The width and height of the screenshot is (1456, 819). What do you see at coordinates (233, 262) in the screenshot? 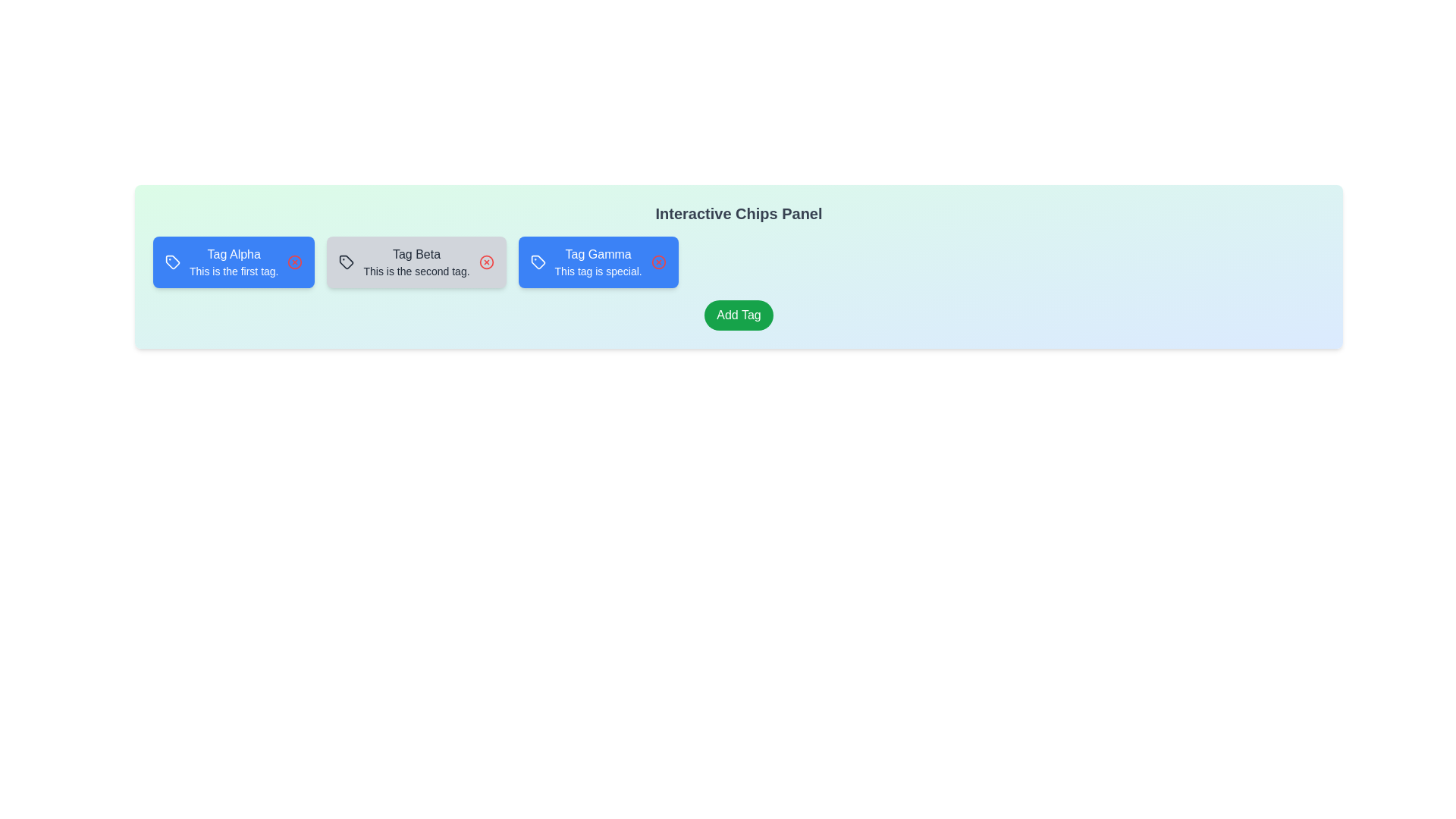
I see `the chip labeled Tag Alpha` at bounding box center [233, 262].